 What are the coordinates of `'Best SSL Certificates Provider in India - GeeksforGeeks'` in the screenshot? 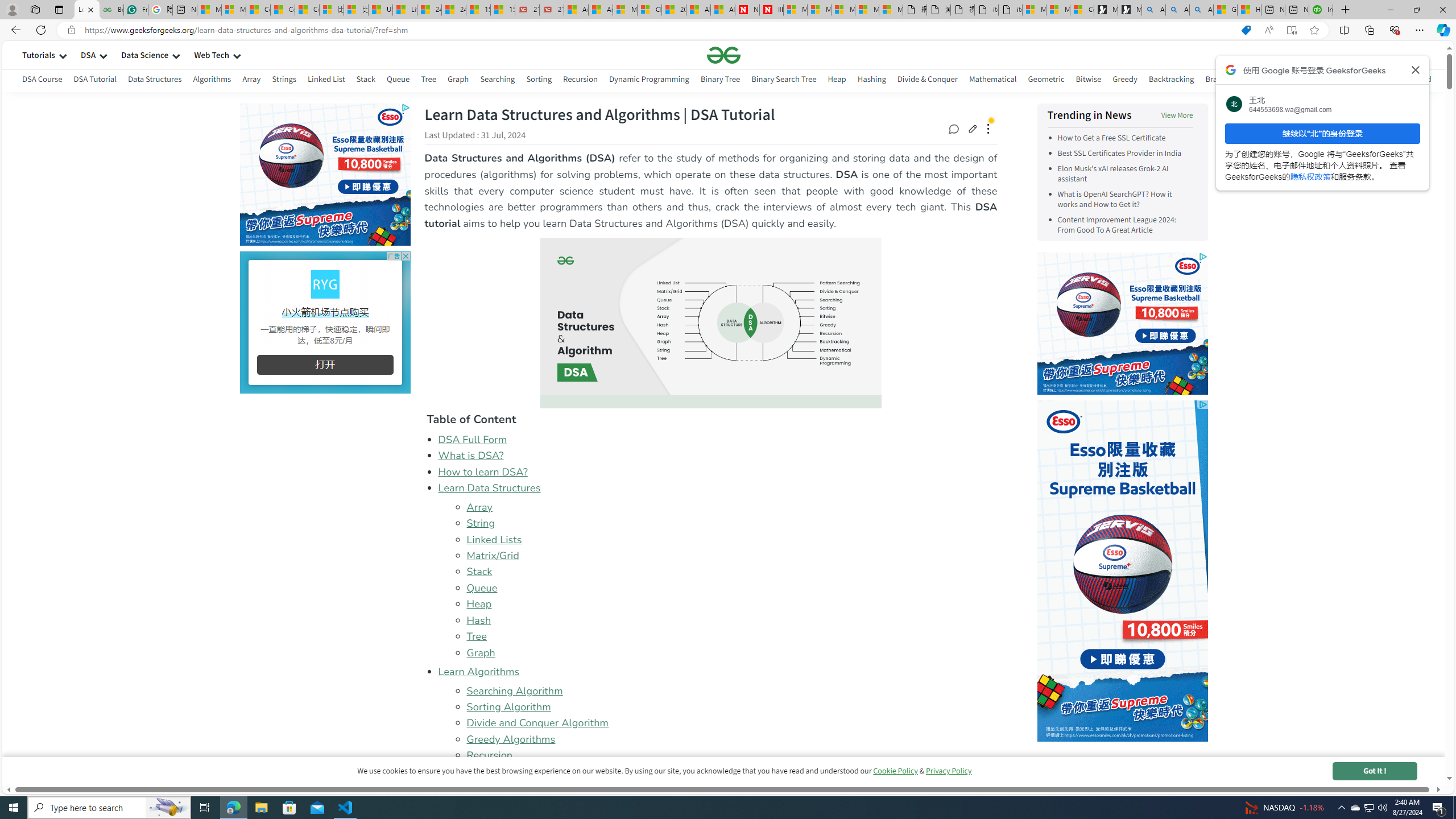 It's located at (111, 9).